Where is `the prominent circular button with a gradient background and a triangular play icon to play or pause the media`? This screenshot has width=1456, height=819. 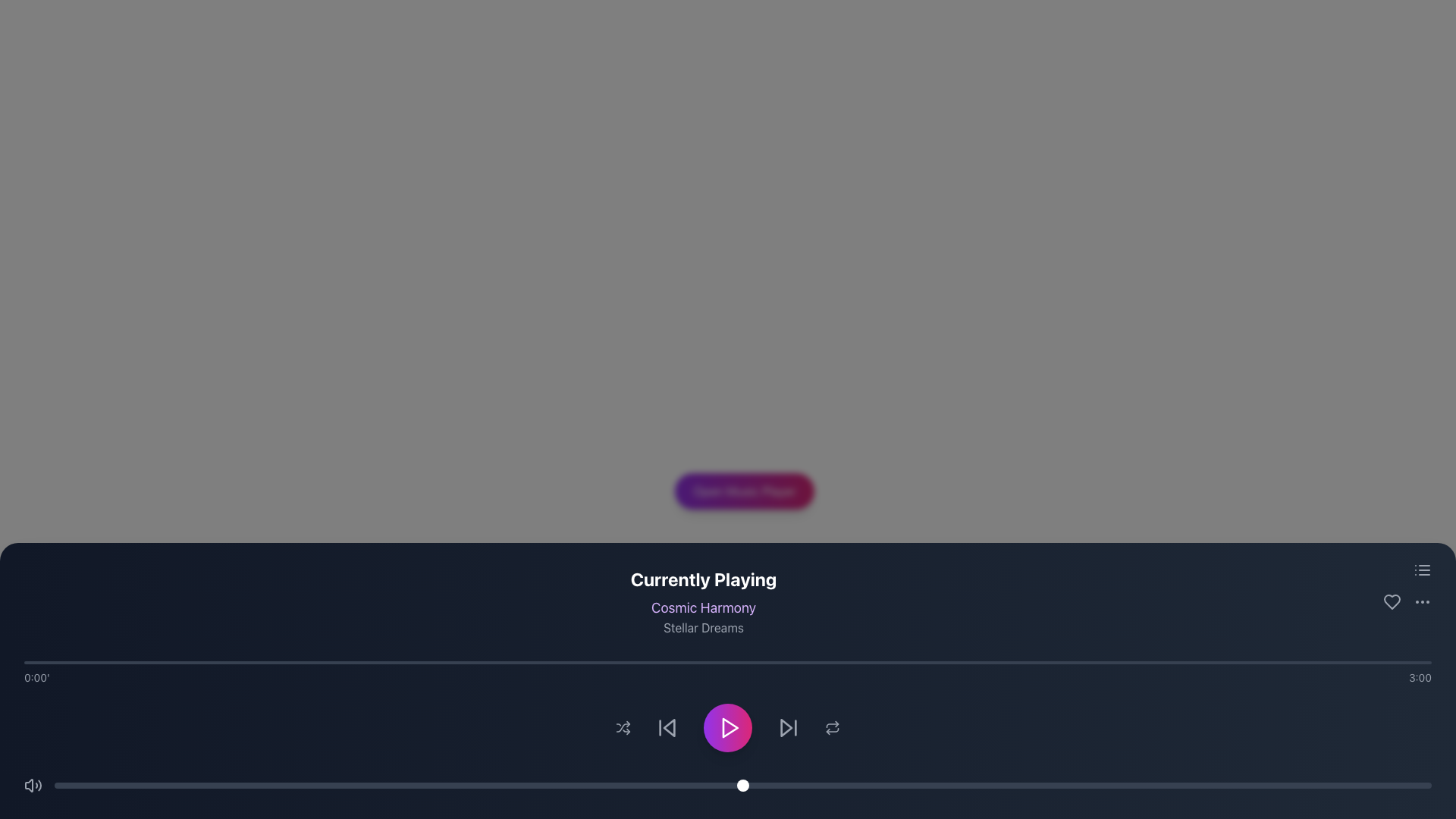 the prominent circular button with a gradient background and a triangular play icon to play or pause the media is located at coordinates (728, 727).